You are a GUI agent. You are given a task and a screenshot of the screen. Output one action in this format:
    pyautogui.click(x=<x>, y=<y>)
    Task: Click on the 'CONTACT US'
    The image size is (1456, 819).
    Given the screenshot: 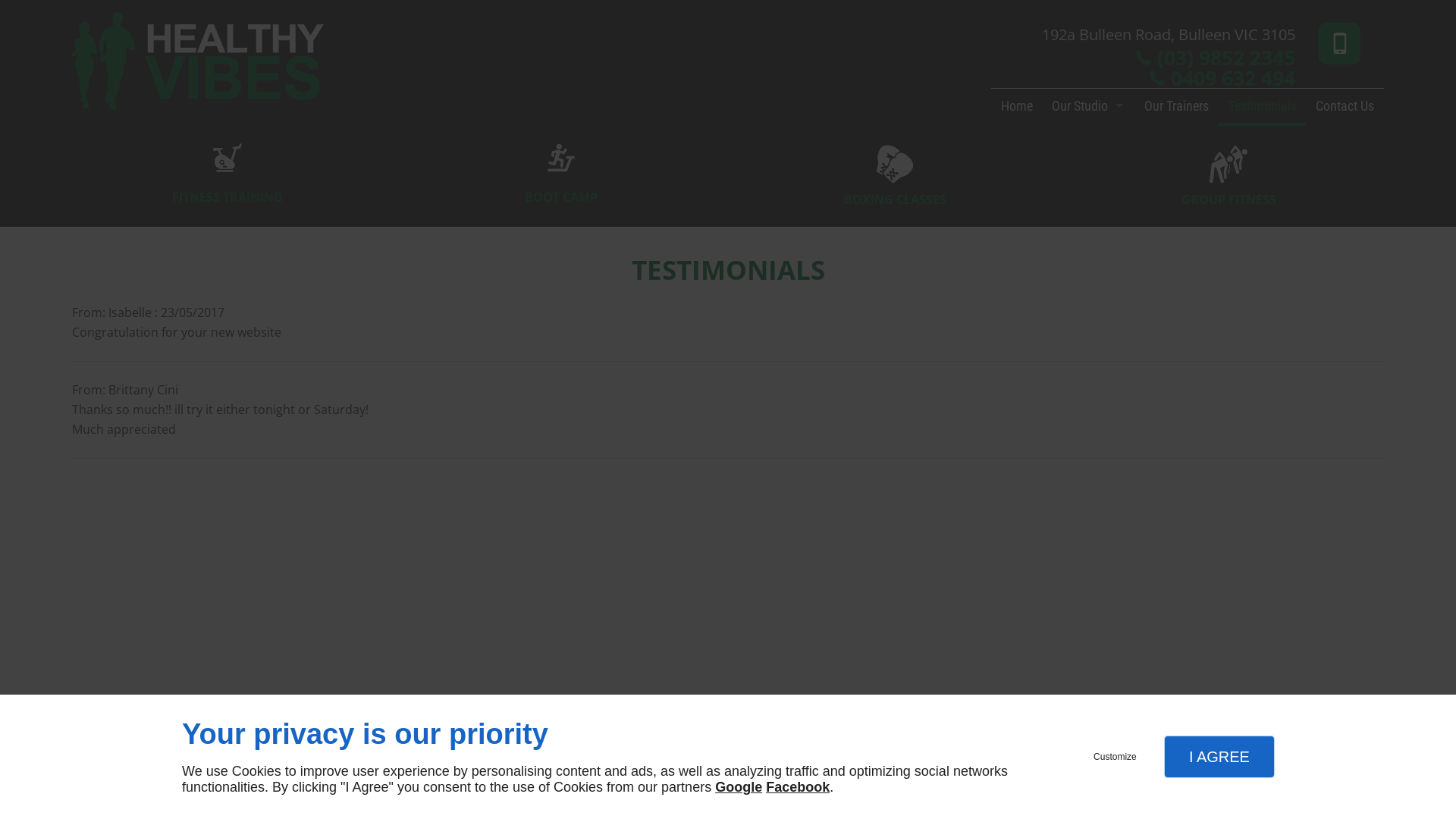 What is the action you would take?
    pyautogui.click(x=1108, y=787)
    